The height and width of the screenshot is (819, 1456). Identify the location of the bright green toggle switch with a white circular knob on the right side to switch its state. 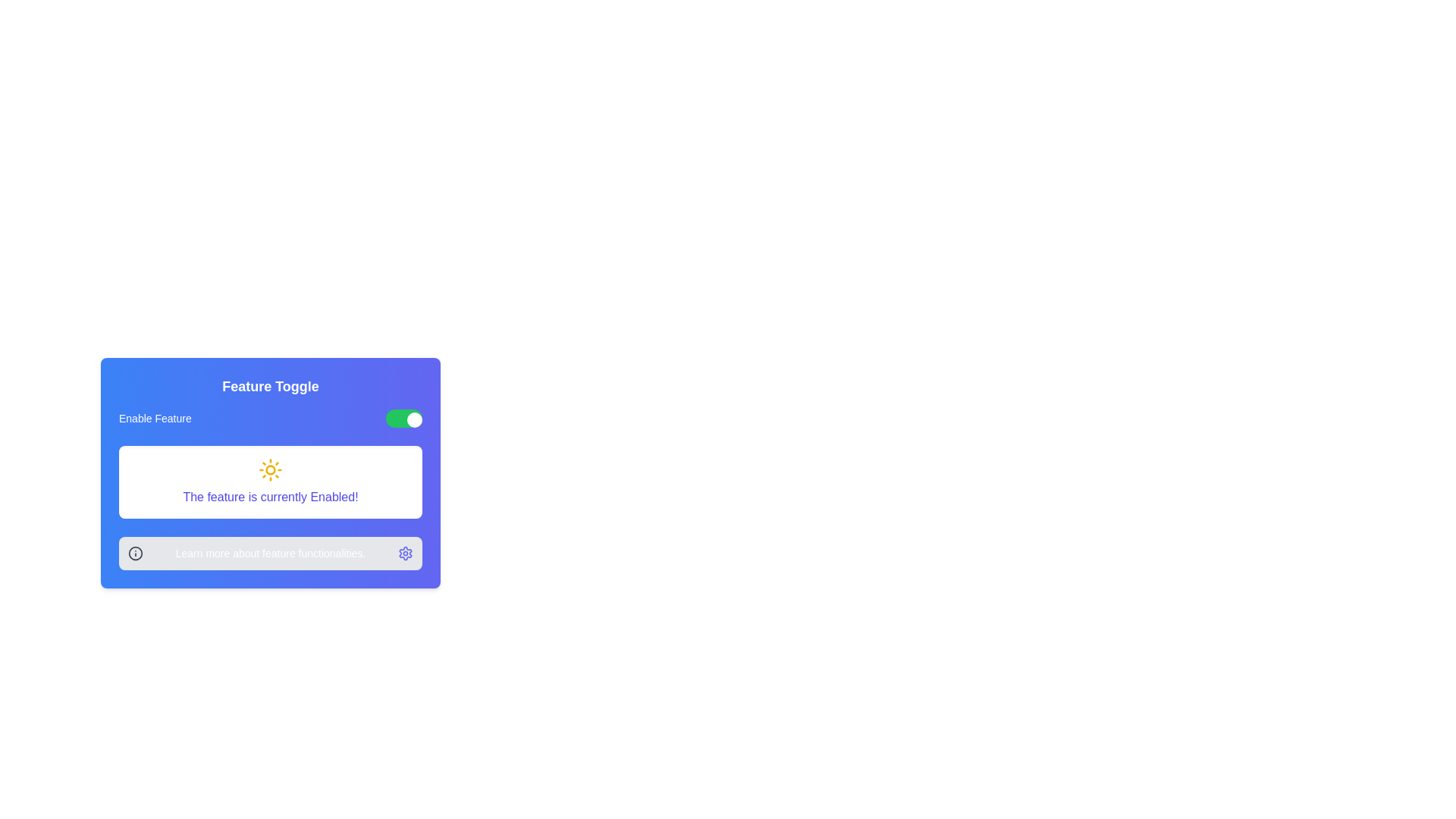
(403, 418).